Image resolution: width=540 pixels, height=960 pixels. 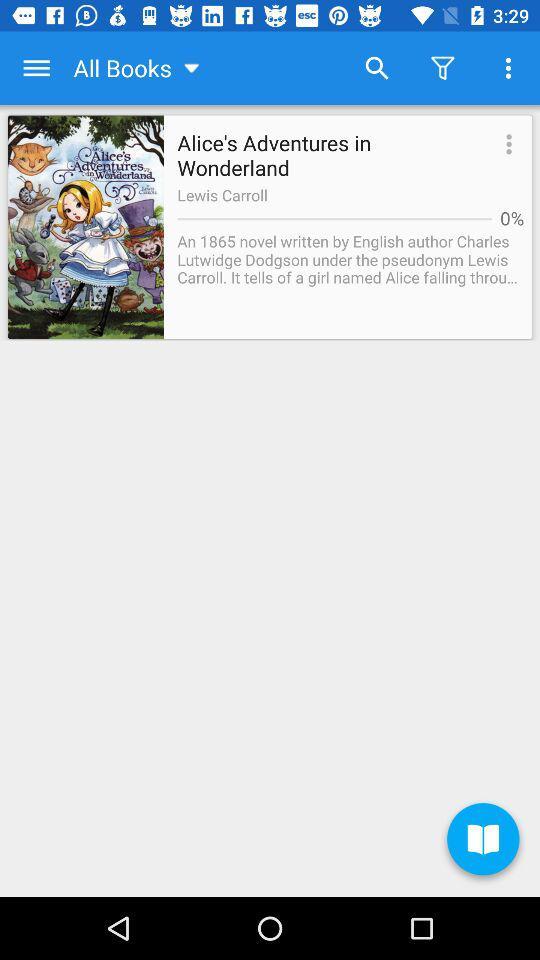 What do you see at coordinates (482, 841) in the screenshot?
I see `the book icon` at bounding box center [482, 841].